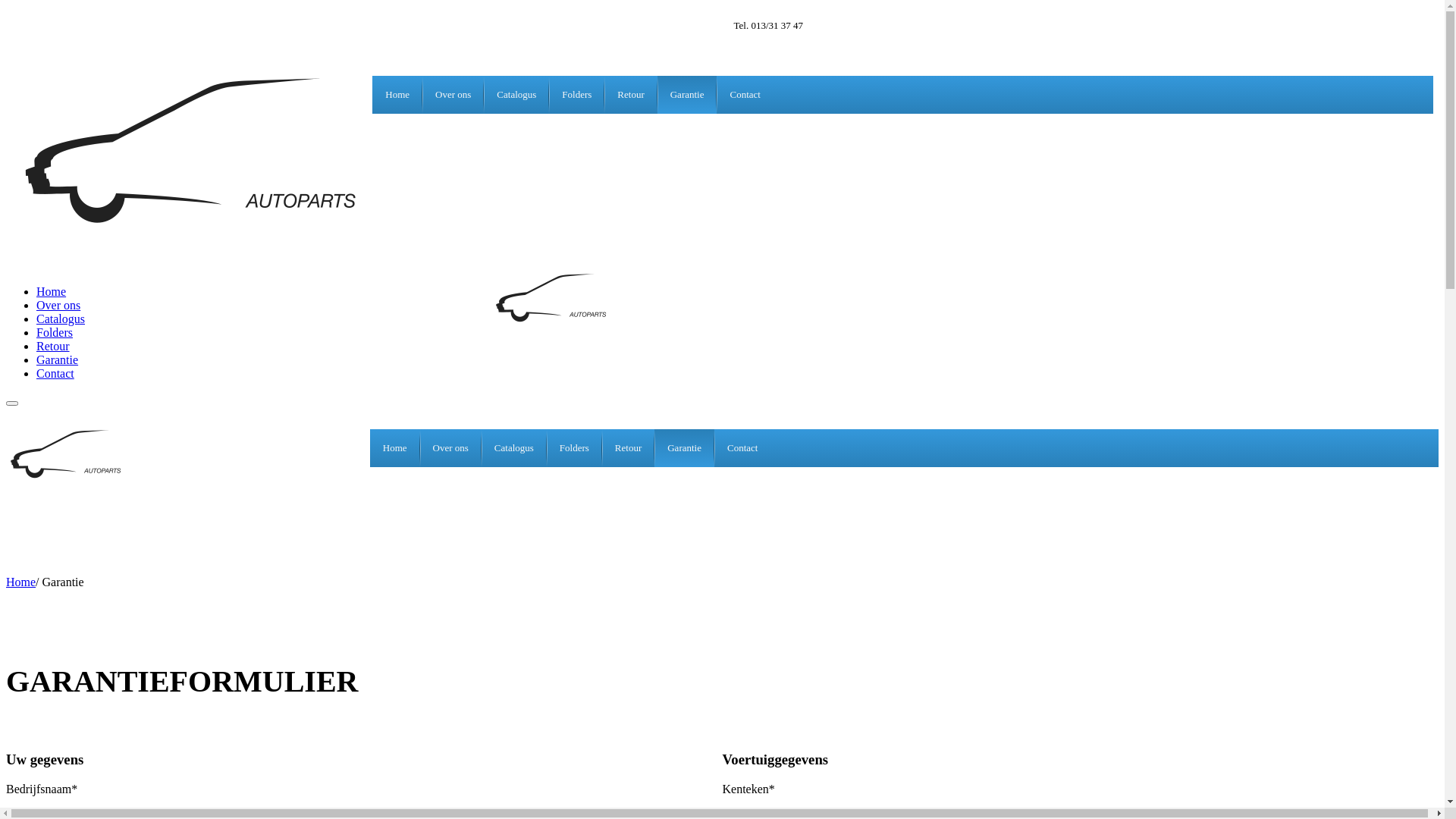 This screenshot has height=819, width=1456. Describe the element at coordinates (395, 447) in the screenshot. I see `'Home'` at that location.